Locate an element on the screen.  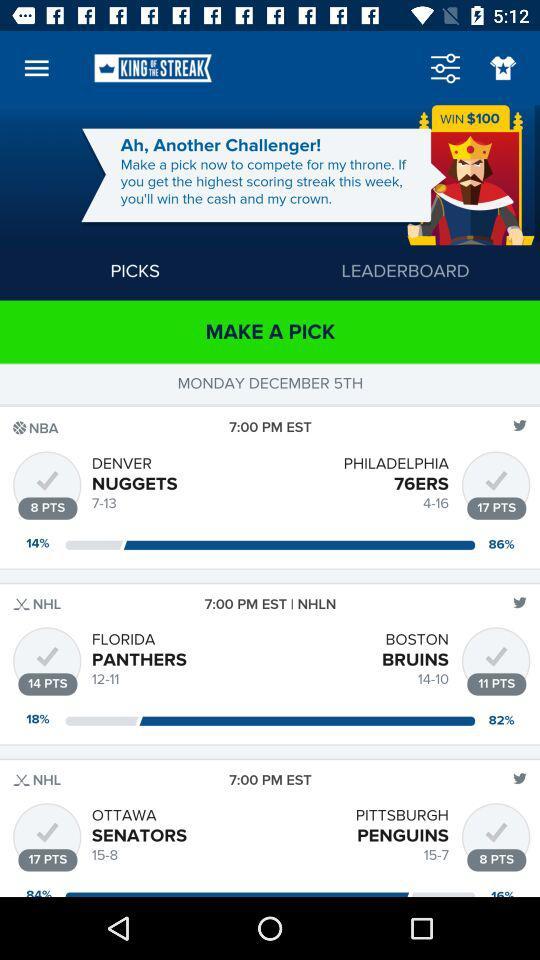
favorite is located at coordinates (502, 68).